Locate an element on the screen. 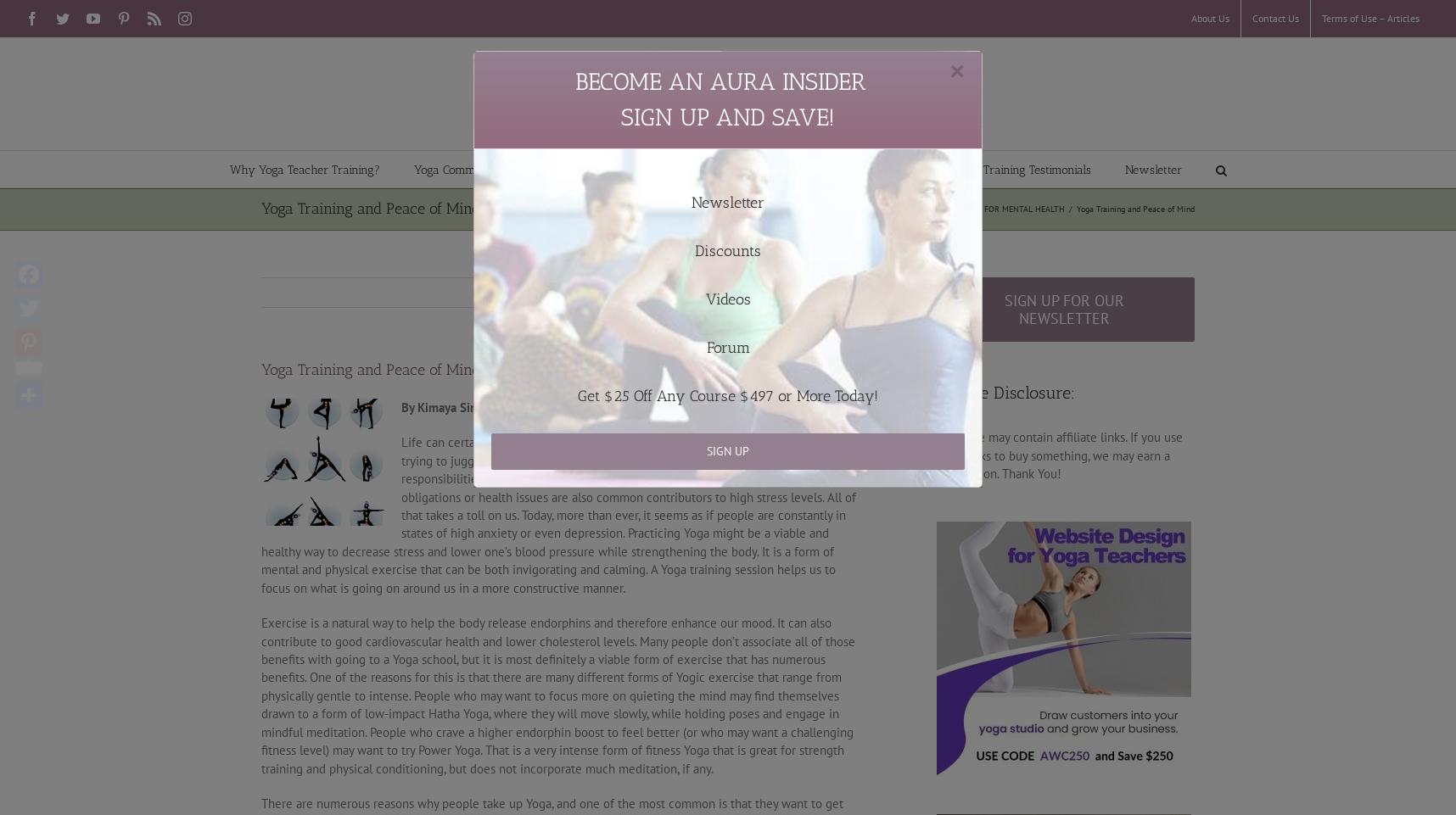 Image resolution: width=1456 pixels, height=815 pixels. 'Onsite Yoga Teacher Training' is located at coordinates (618, 430).